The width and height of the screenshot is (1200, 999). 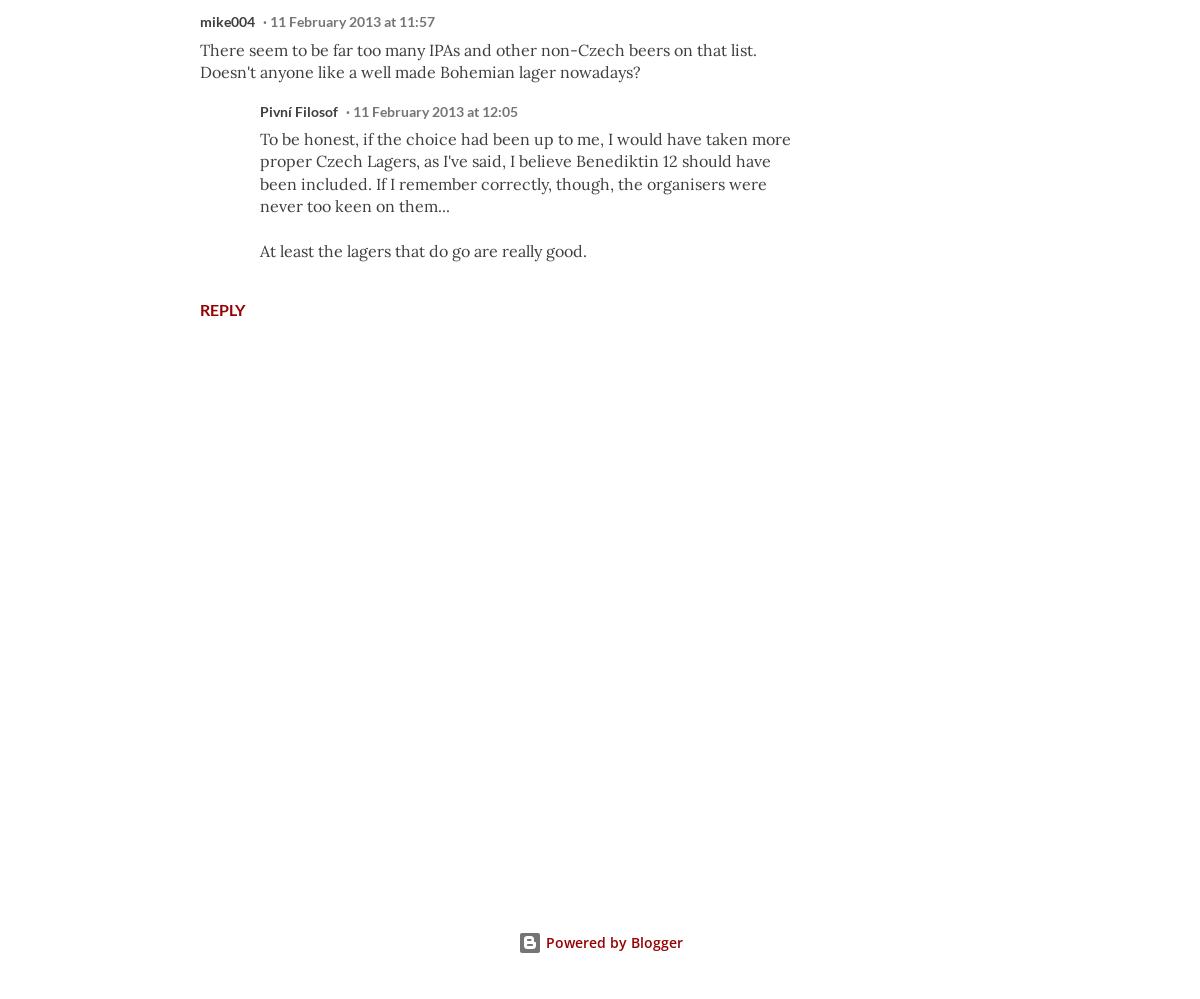 I want to click on 'mike004', so click(x=199, y=21).